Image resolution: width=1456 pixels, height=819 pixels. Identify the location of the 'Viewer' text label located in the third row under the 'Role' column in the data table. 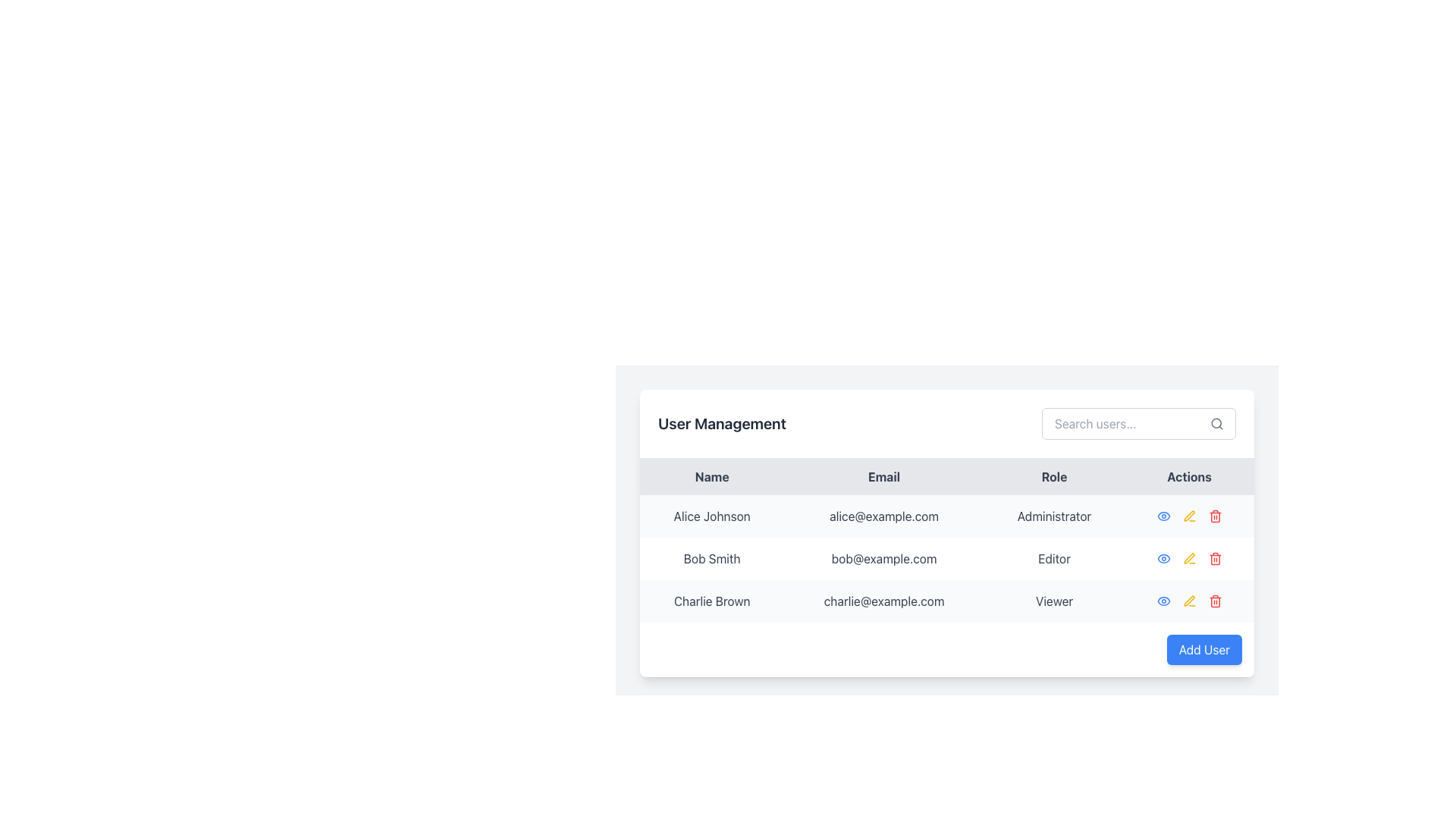
(1053, 601).